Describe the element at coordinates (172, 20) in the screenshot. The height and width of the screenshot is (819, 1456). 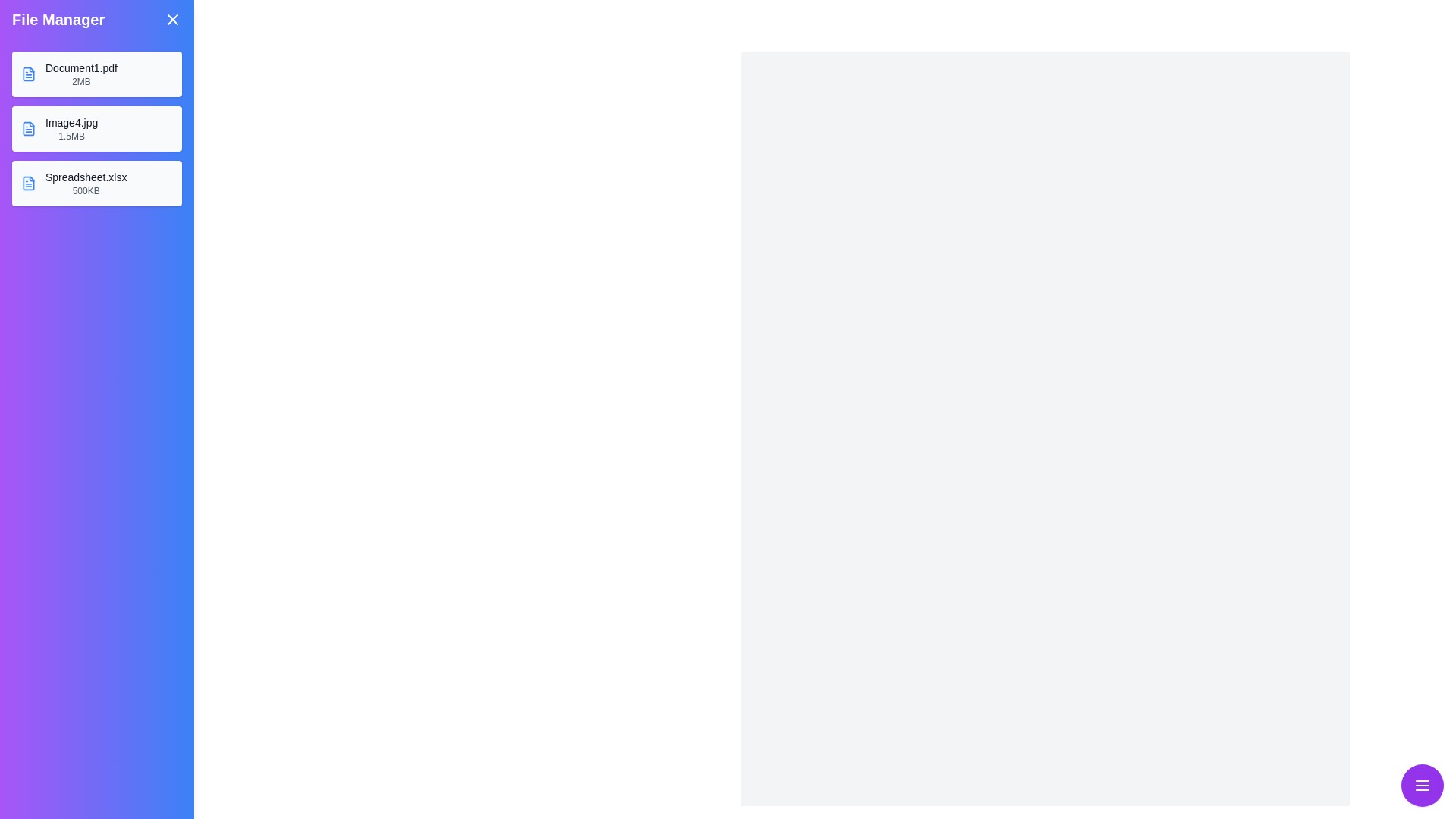
I see `the Close or Dismiss Button located in the top-right corner of the sidebar with a gradient purple-to-blue background` at that location.